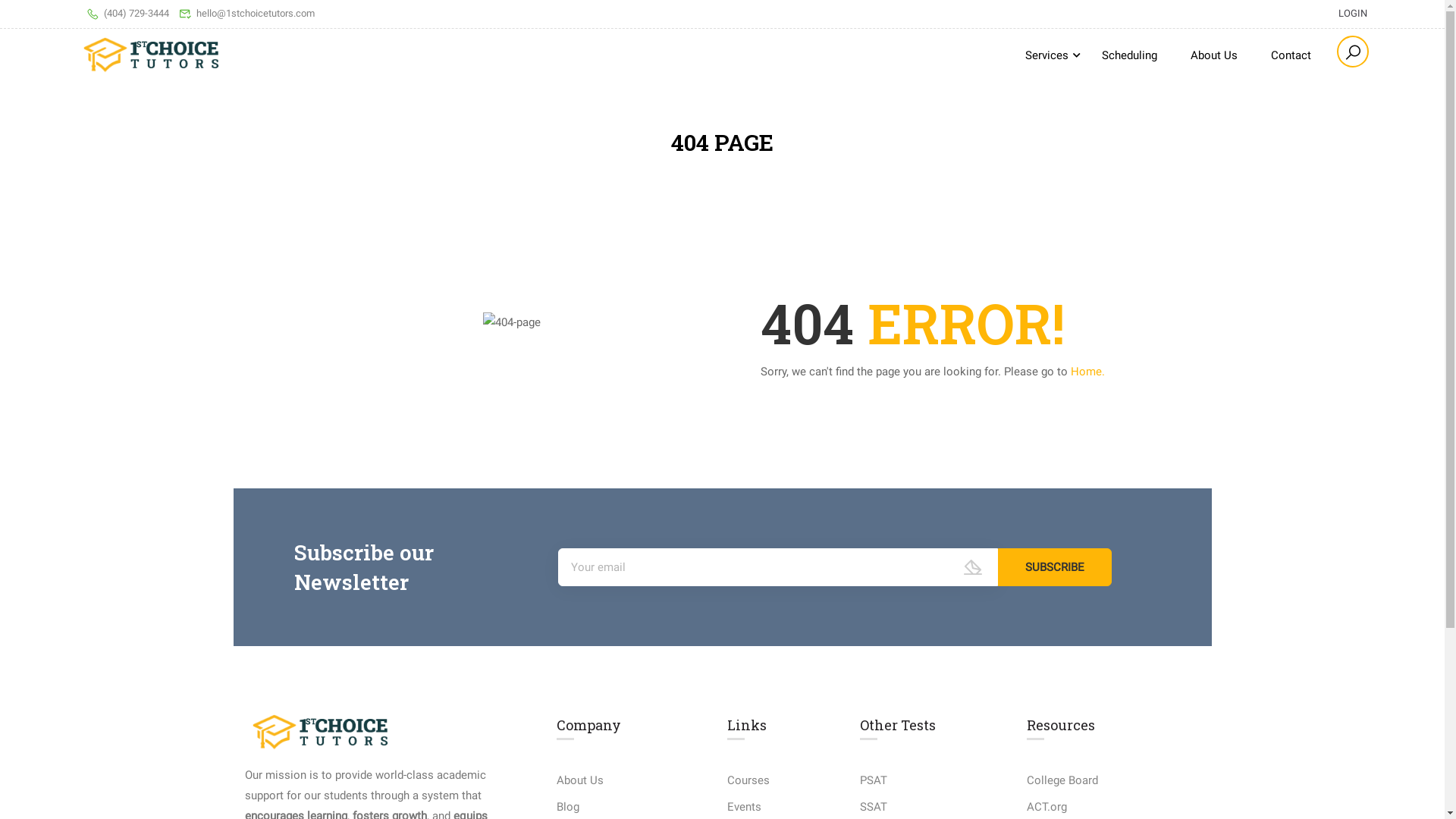 The width and height of the screenshot is (1456, 819). I want to click on 'ACT.org', so click(1046, 806).